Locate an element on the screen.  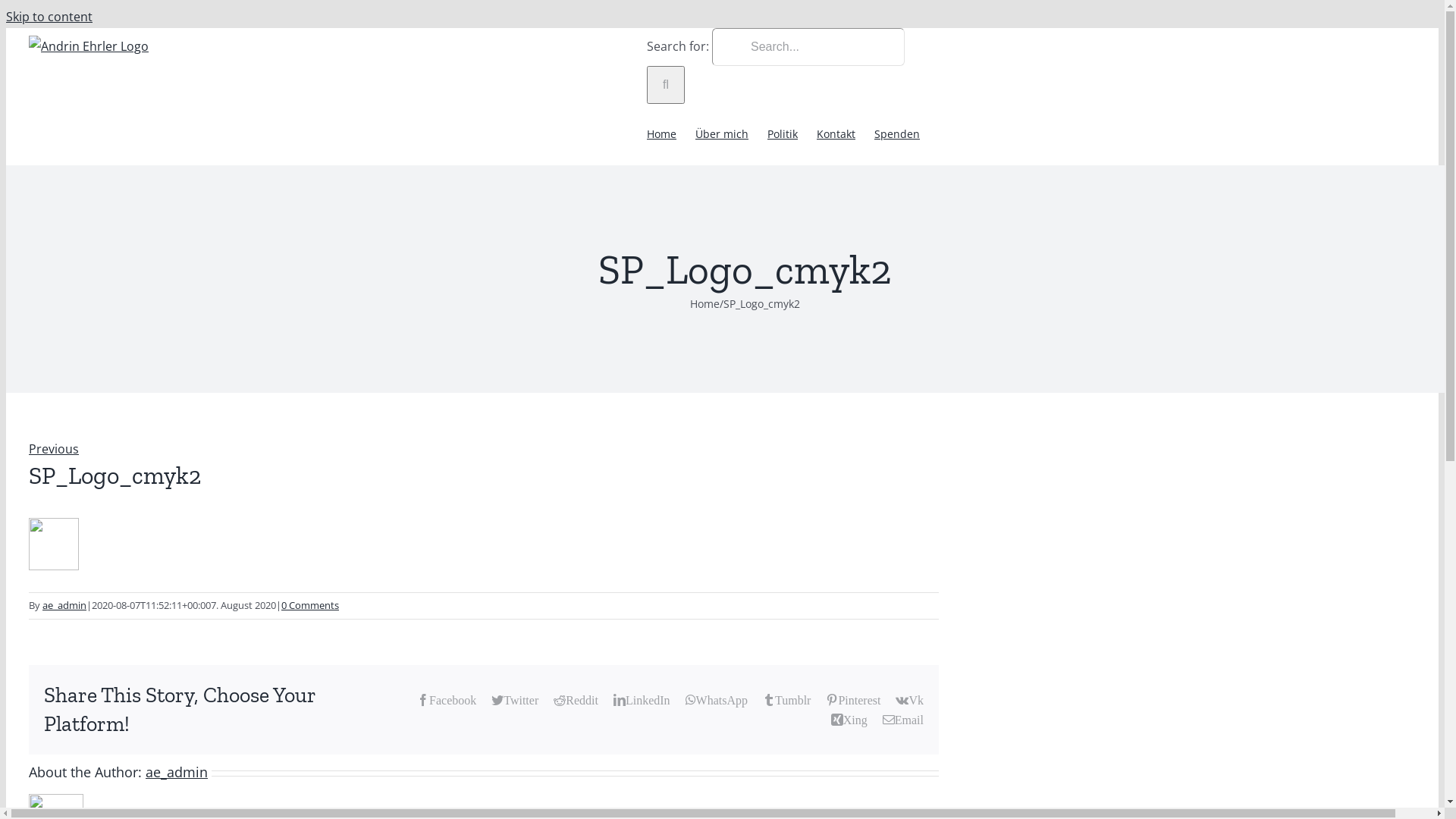
'Twitter' is located at coordinates (514, 699).